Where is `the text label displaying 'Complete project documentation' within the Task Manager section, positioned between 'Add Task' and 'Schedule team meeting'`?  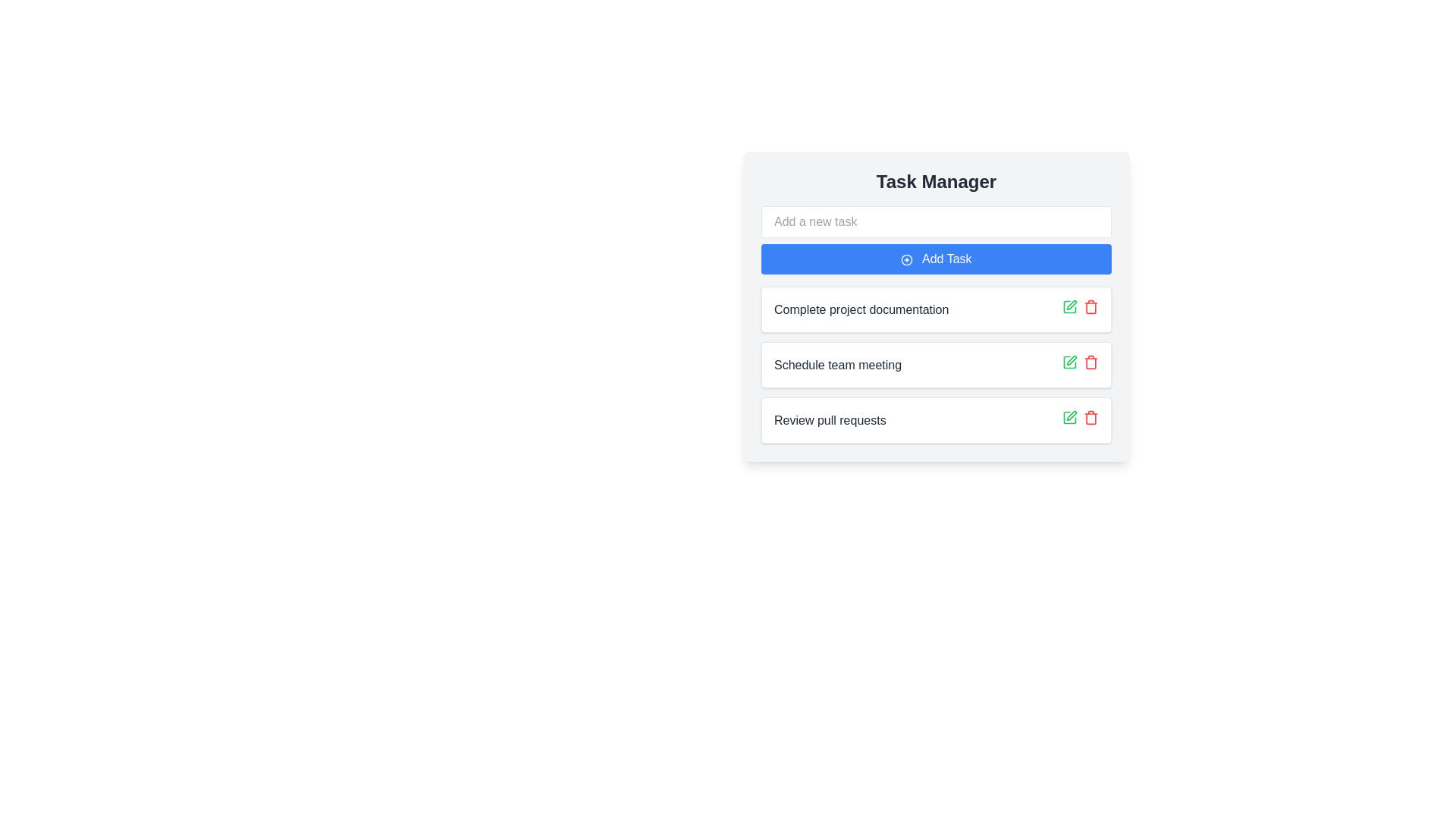
the text label displaying 'Complete project documentation' within the Task Manager section, positioned between 'Add Task' and 'Schedule team meeting' is located at coordinates (861, 309).